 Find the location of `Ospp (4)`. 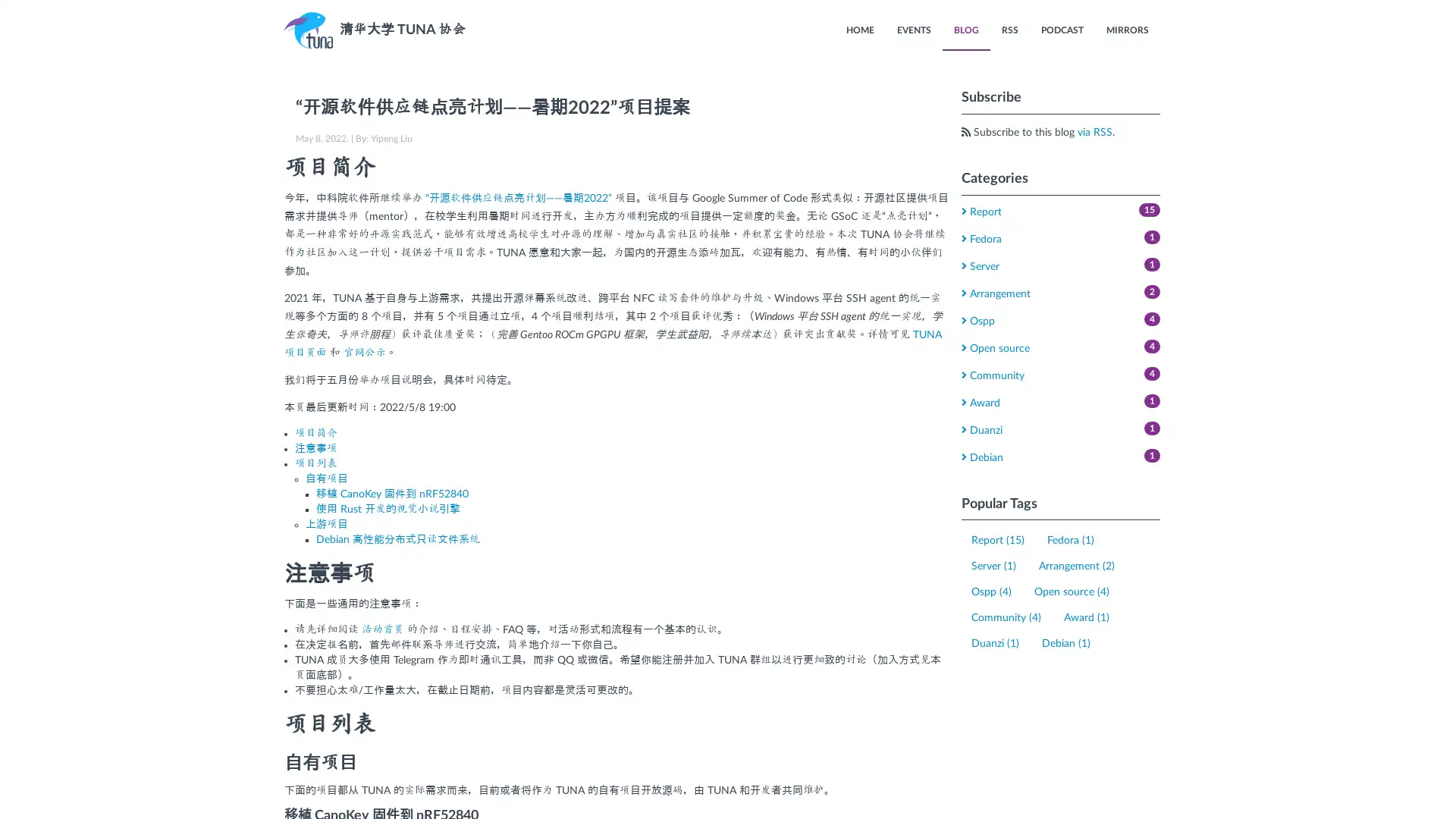

Ospp (4) is located at coordinates (990, 591).